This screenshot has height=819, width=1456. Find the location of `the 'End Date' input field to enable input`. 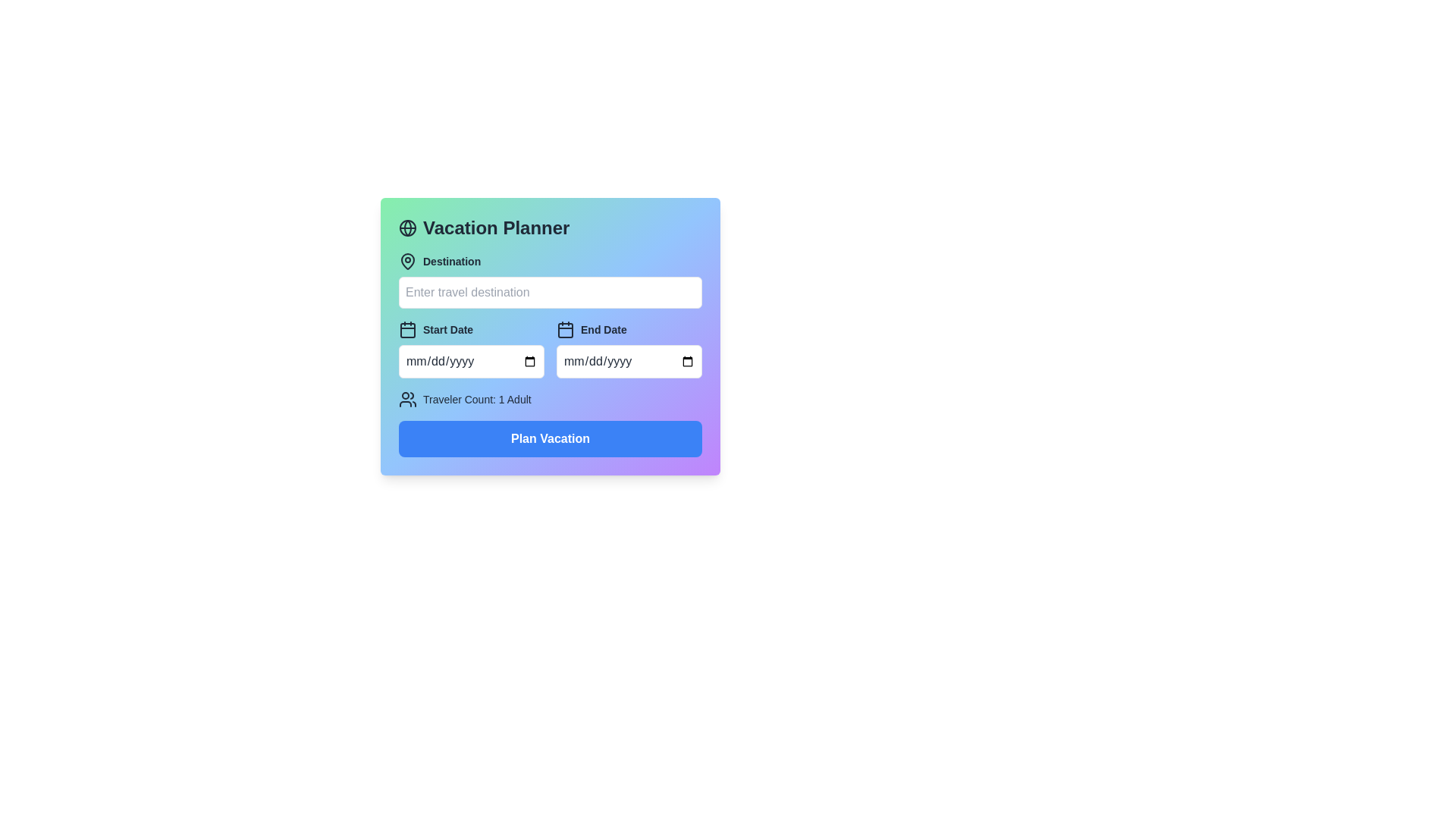

the 'End Date' input field to enable input is located at coordinates (629, 362).